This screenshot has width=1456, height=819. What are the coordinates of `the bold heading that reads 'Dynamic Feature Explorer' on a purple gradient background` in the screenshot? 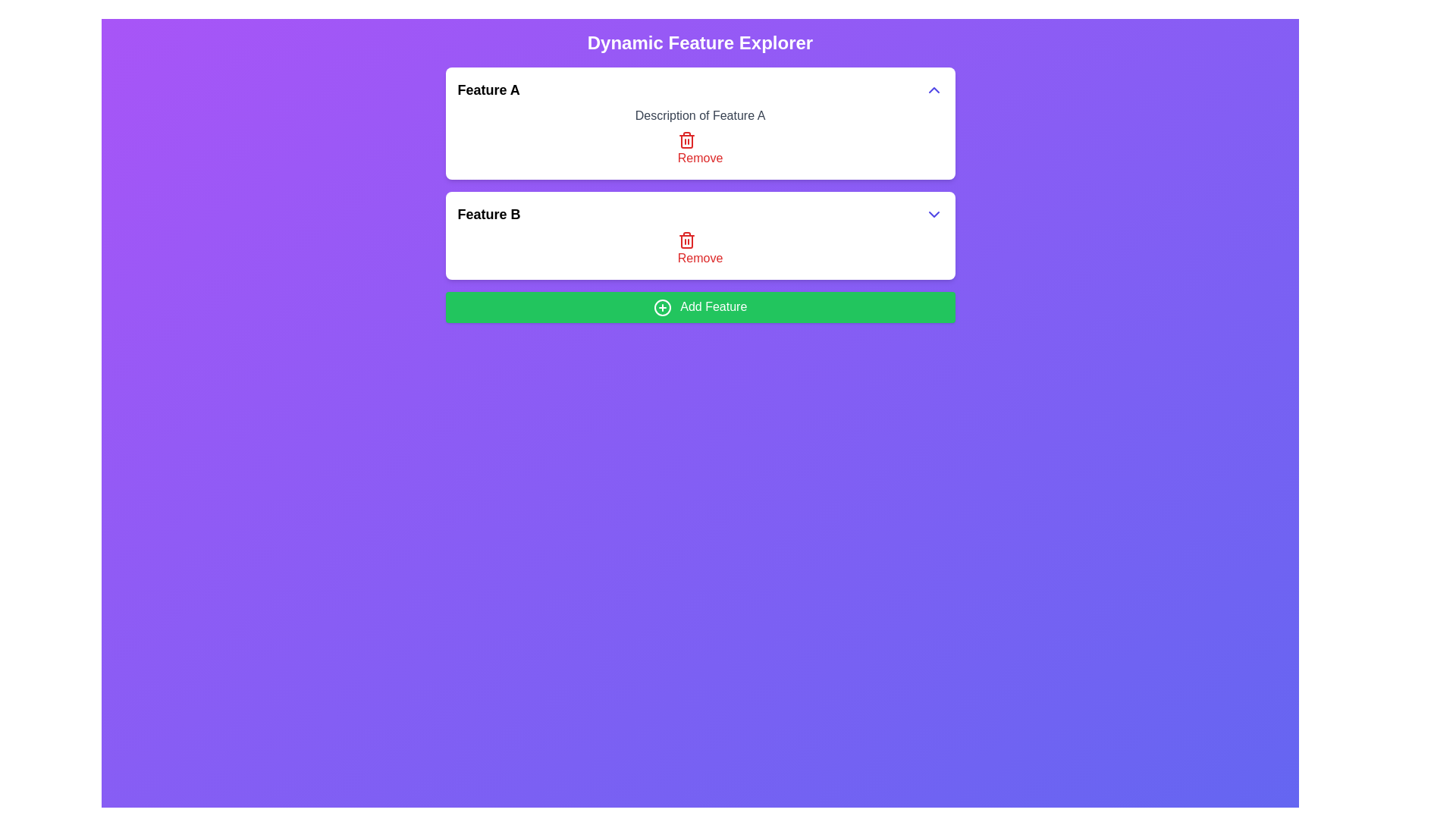 It's located at (699, 42).